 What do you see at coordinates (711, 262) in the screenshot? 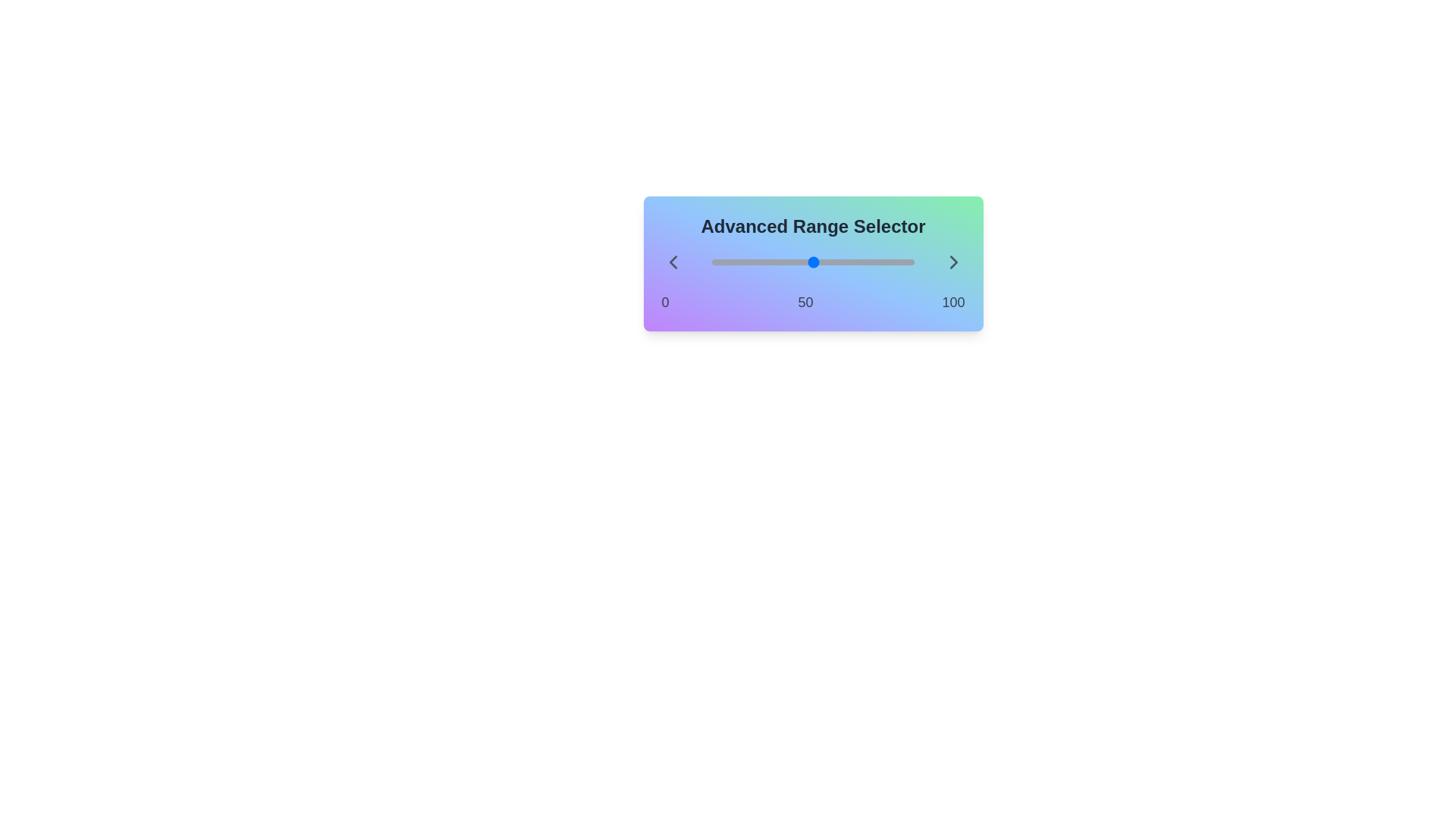
I see `the slider to set the range value to 89` at bounding box center [711, 262].